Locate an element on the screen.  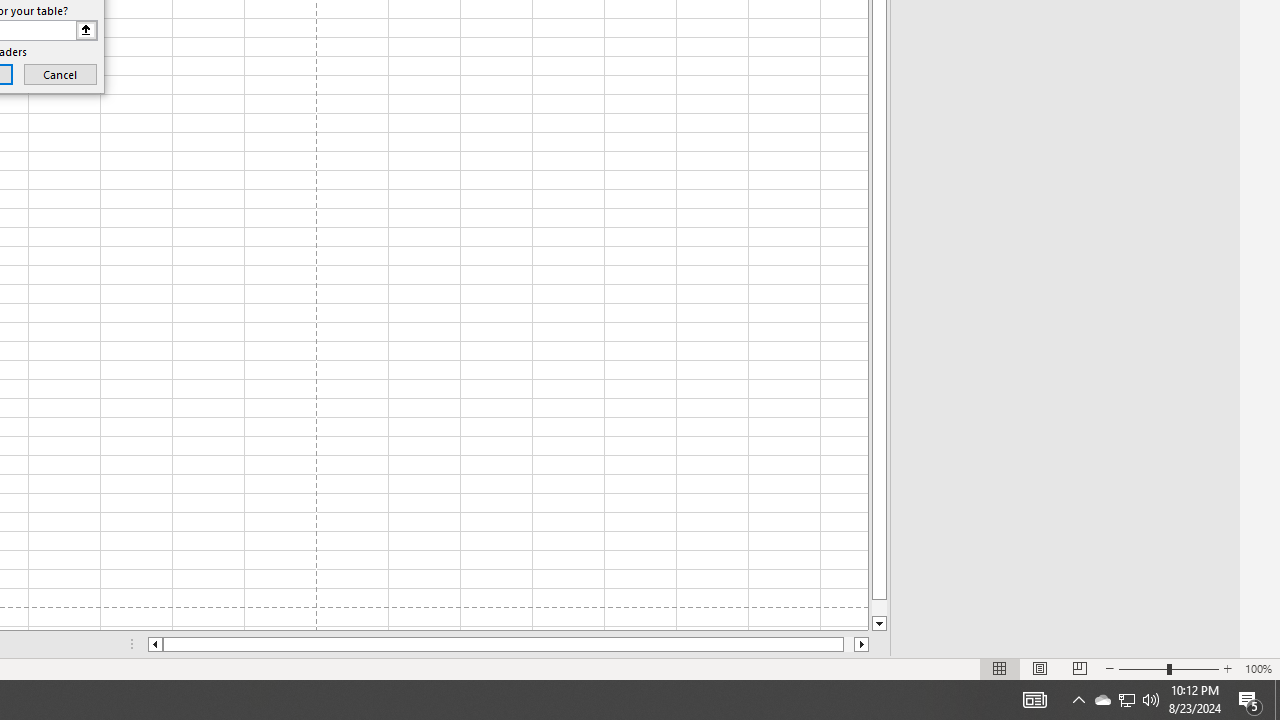
'Page right' is located at coordinates (848, 644).